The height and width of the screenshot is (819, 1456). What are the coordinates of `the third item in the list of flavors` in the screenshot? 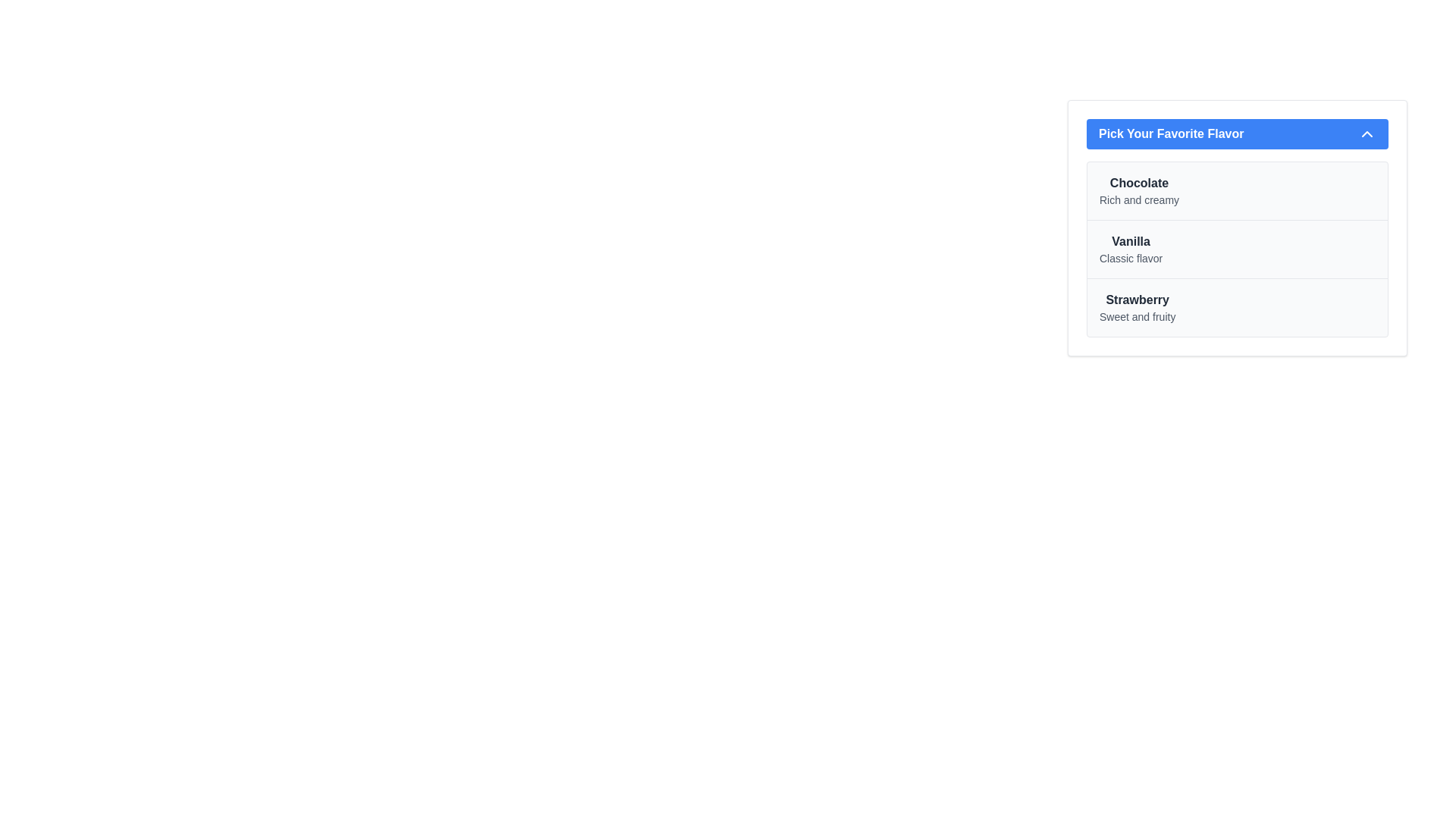 It's located at (1238, 307).